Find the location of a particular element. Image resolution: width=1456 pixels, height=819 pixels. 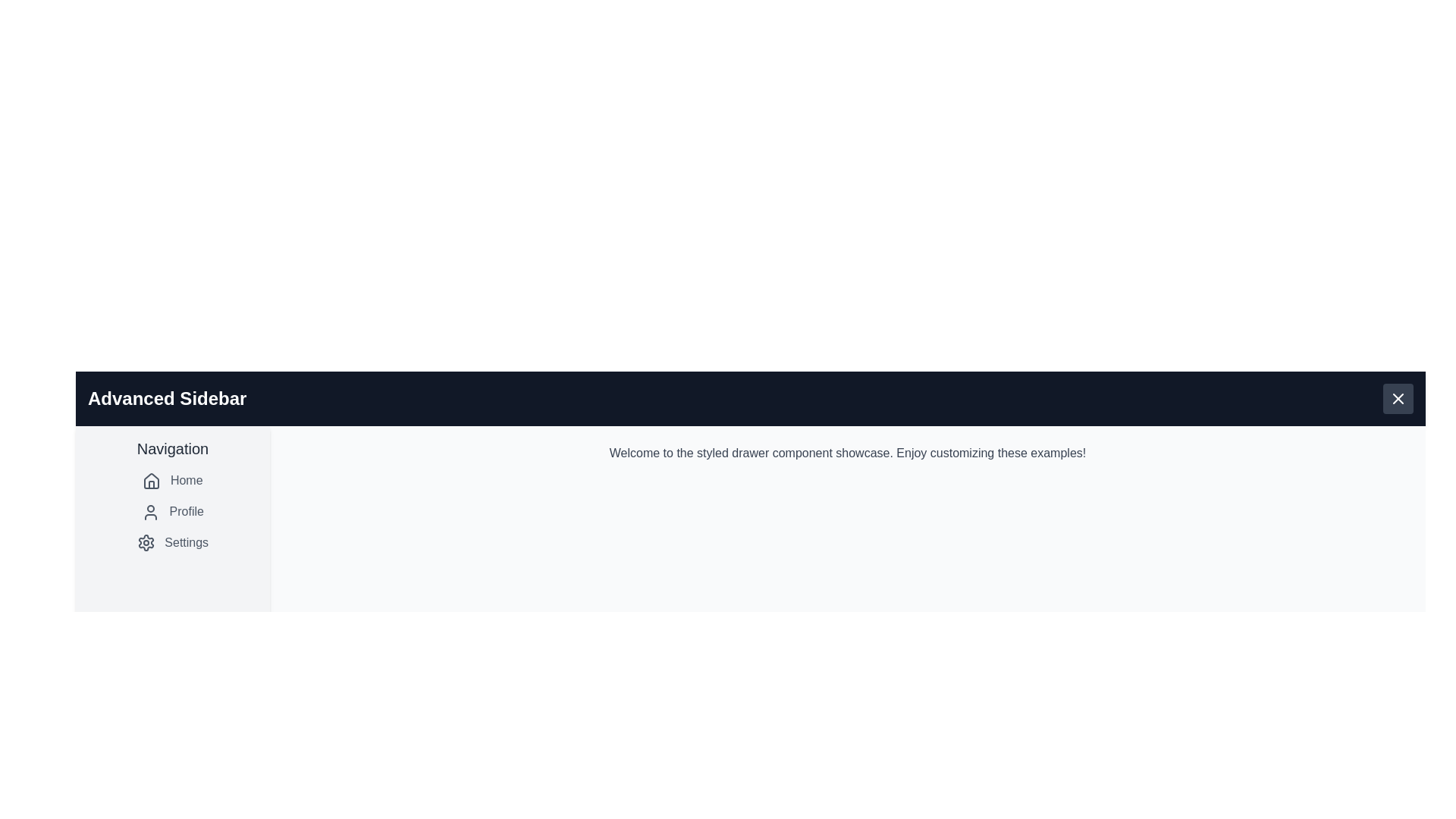

the first navigational link beneath the 'Navigation' header in the left sidebar to change its color is located at coordinates (172, 480).